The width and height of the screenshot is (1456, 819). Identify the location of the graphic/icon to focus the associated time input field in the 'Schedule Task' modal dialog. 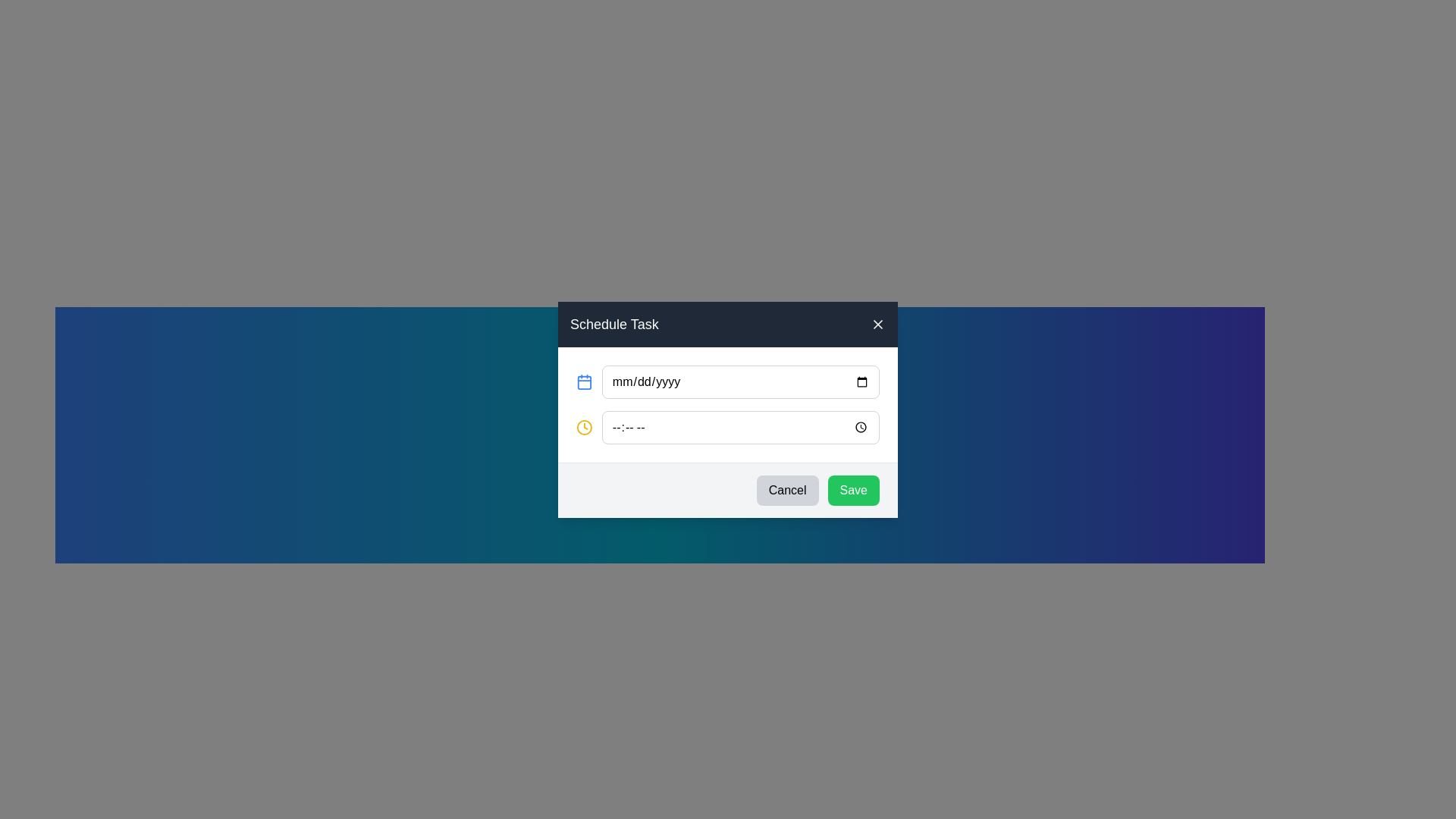
(583, 427).